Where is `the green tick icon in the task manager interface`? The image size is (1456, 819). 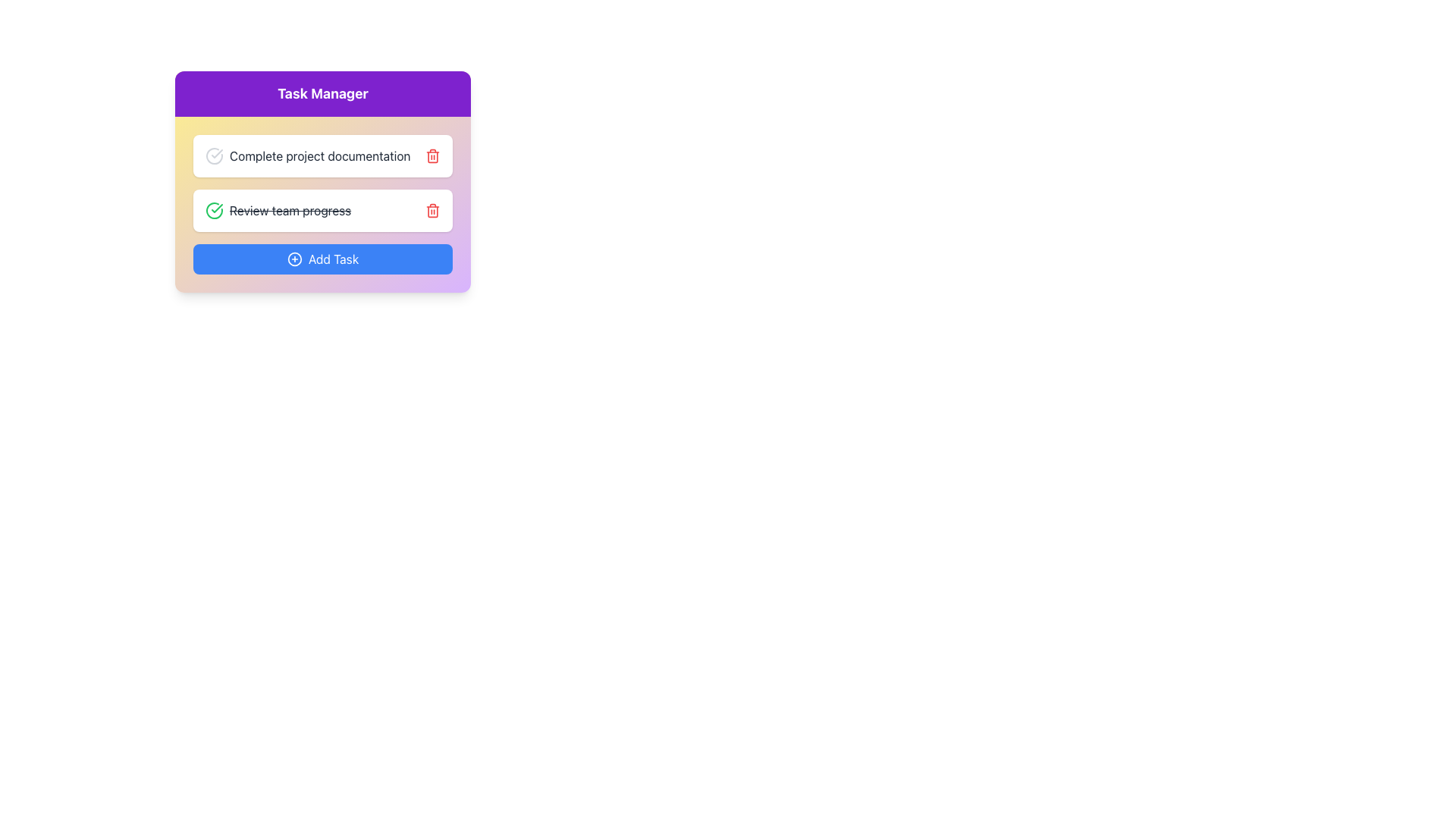 the green tick icon in the task manager interface is located at coordinates (216, 208).